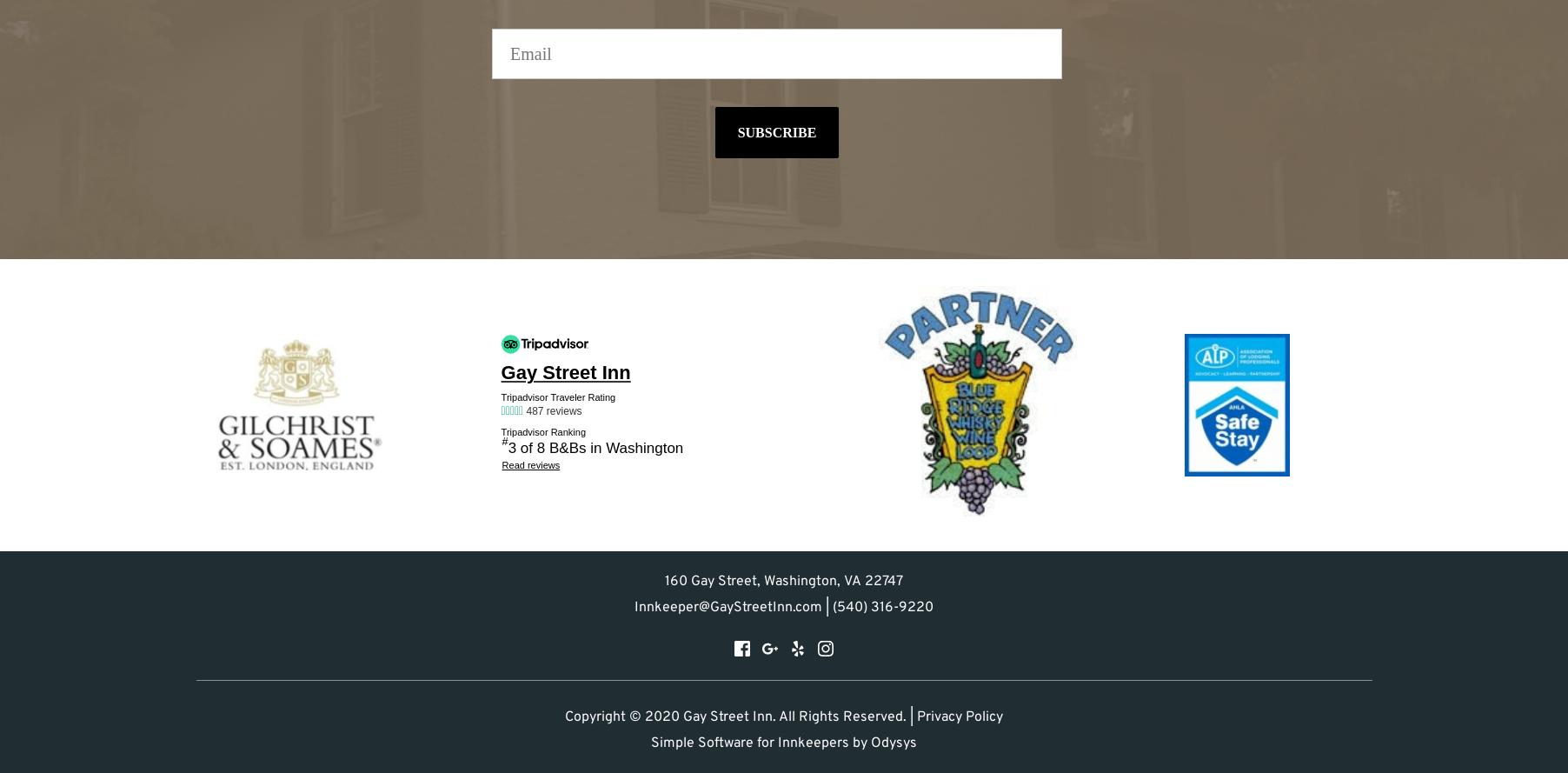 The image size is (1568, 773). Describe the element at coordinates (557, 396) in the screenshot. I see `'Tripadvisor Traveler Rating'` at that location.